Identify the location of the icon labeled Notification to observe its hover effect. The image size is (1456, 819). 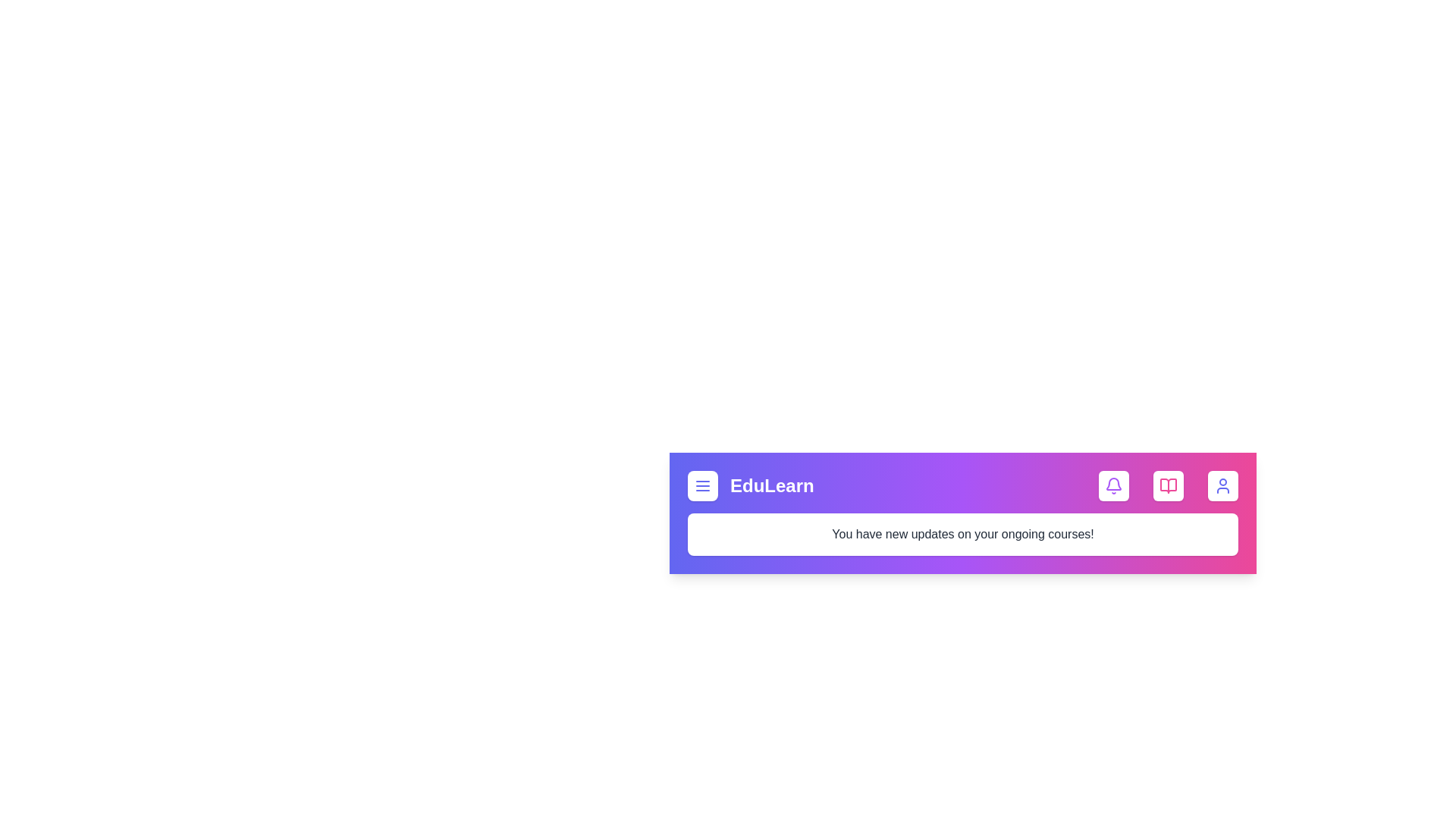
(1113, 485).